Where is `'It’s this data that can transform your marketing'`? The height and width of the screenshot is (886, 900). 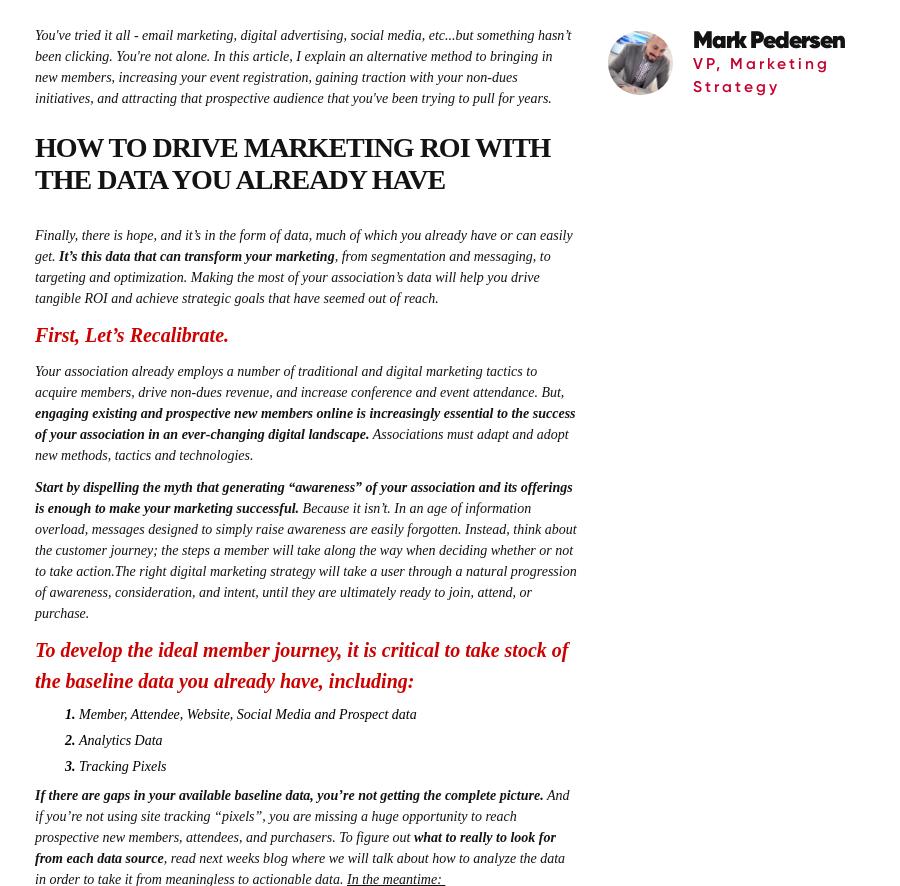 'It’s this data that can transform your marketing' is located at coordinates (196, 254).